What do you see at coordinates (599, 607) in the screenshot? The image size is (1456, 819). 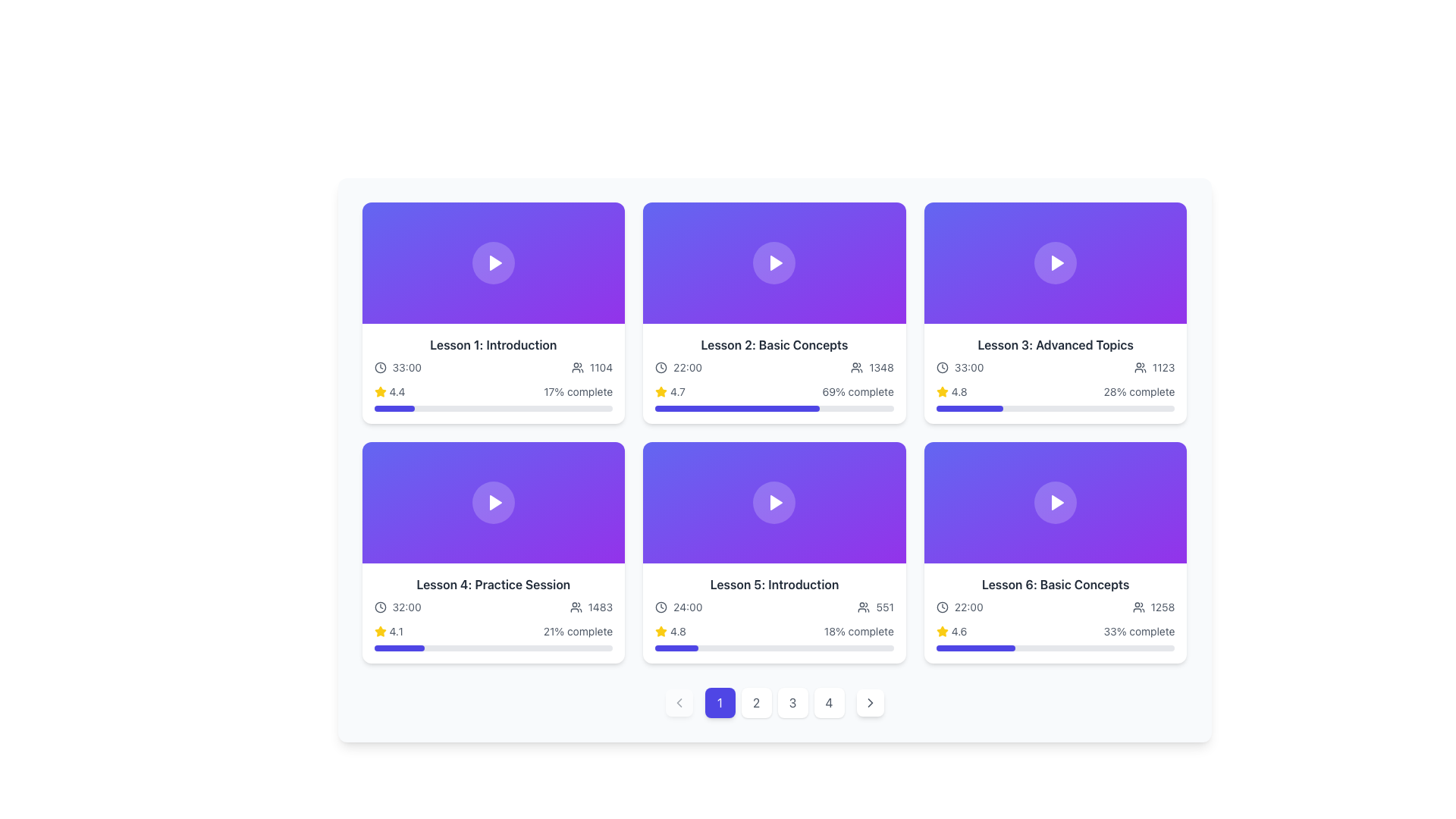 I see `numeric value '1483' displayed in bold, dark gray text, which is located at the bottom of the fourth card in the second row, positioned to the right of the user icon` at bounding box center [599, 607].